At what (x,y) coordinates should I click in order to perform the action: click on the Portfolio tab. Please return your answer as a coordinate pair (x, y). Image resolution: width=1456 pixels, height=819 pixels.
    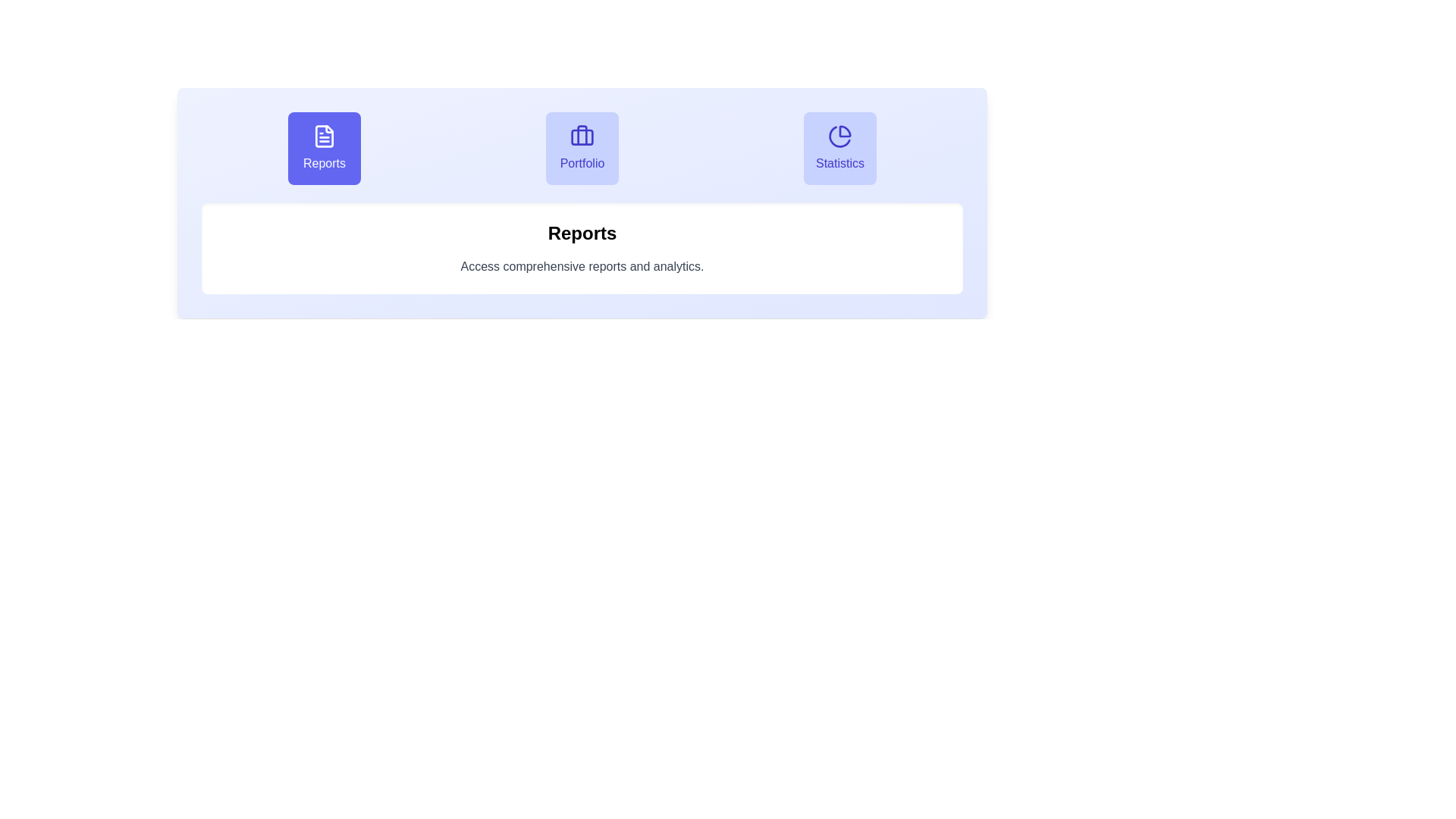
    Looking at the image, I should click on (582, 149).